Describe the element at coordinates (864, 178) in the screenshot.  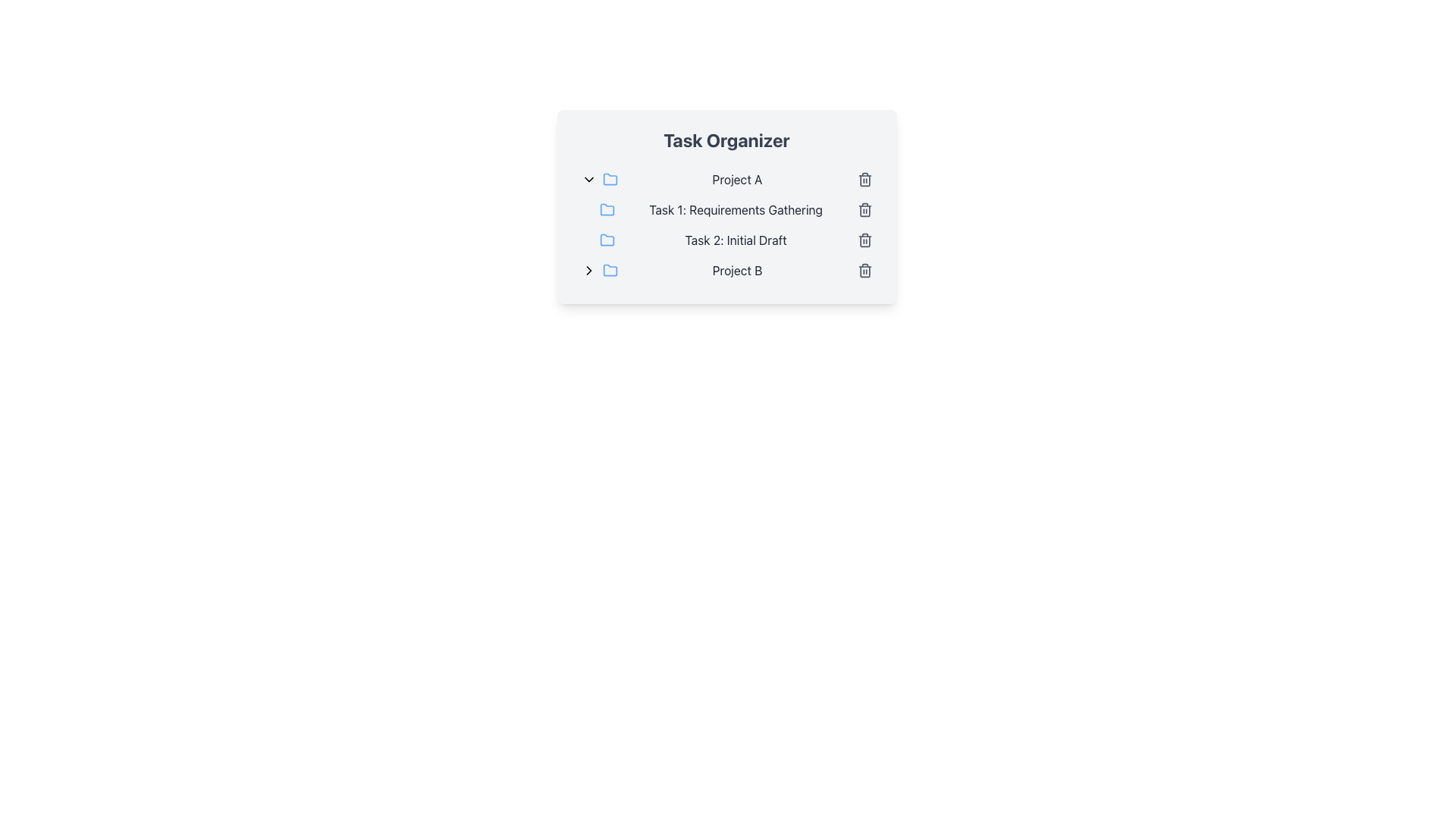
I see `the trash can icon button, which is gray and located next to the text 'Project A'` at that location.